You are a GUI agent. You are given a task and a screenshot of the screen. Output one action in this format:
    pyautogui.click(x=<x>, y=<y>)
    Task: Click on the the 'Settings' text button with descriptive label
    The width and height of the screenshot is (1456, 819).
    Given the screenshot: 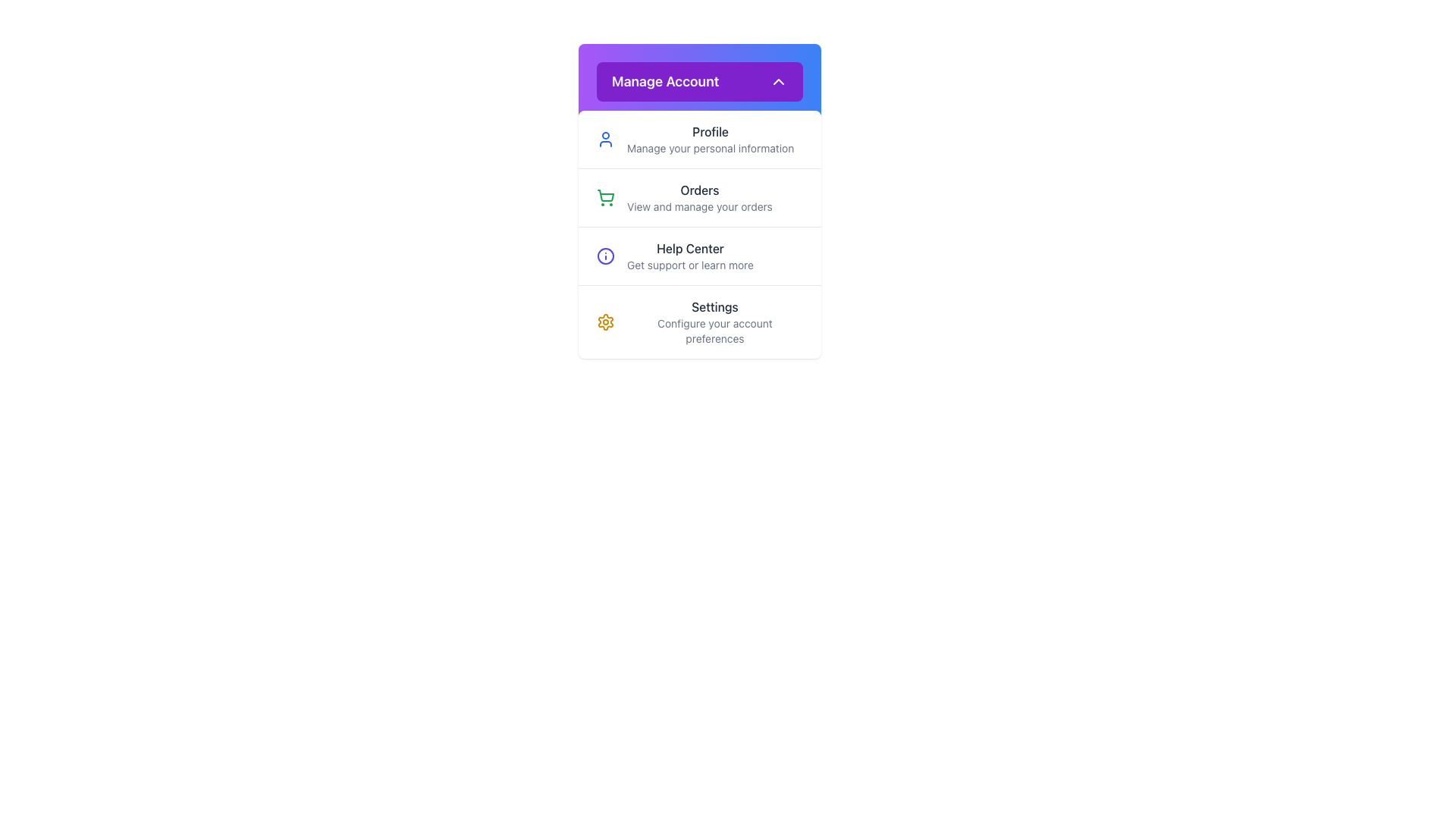 What is the action you would take?
    pyautogui.click(x=714, y=321)
    